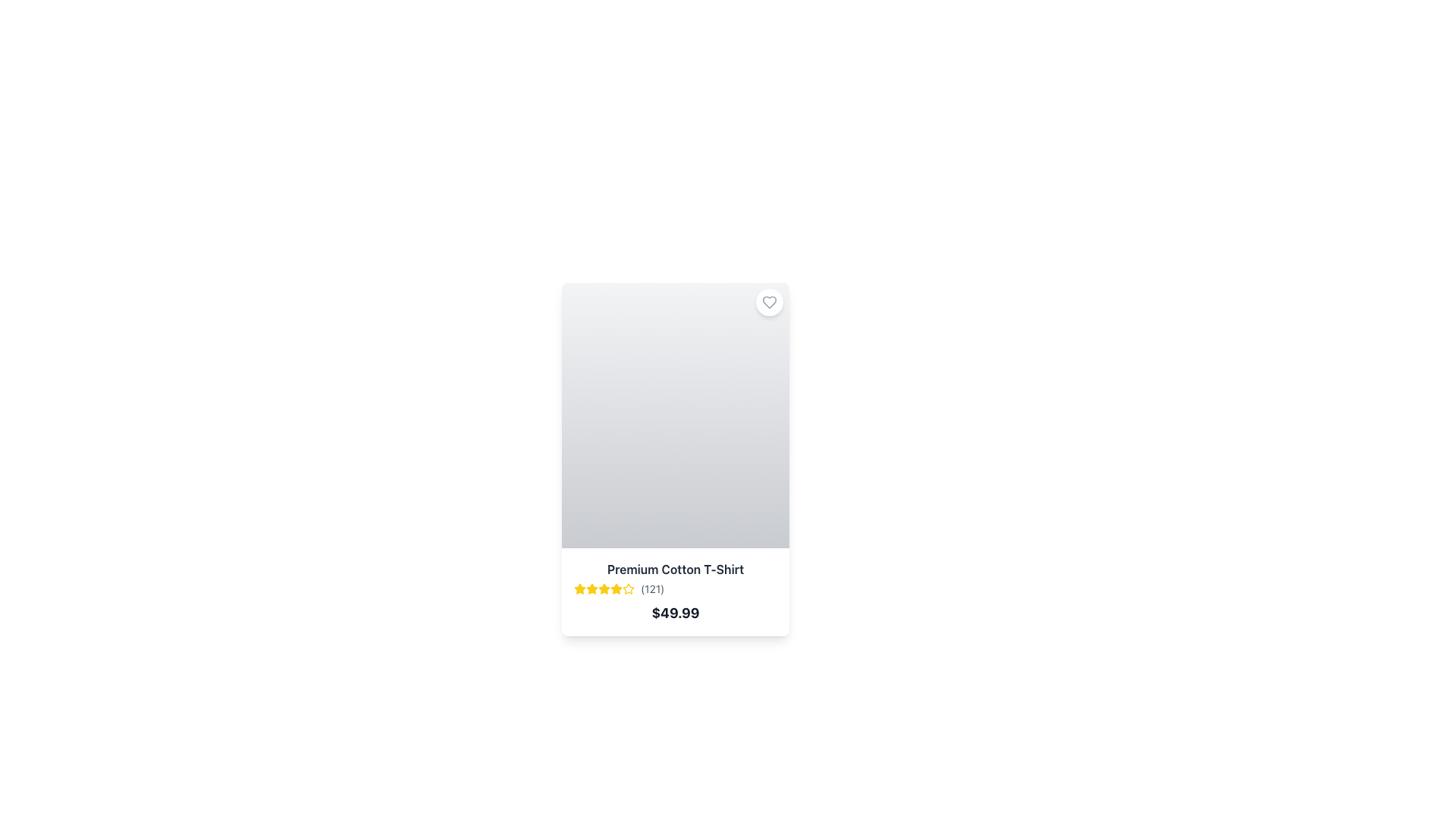 This screenshot has width=1456, height=819. Describe the element at coordinates (675, 613) in the screenshot. I see `price displayed ('$49.99') in bold text located at the bottom of the product details section, below the product name 'Premium Cotton T-Shirt'` at that location.